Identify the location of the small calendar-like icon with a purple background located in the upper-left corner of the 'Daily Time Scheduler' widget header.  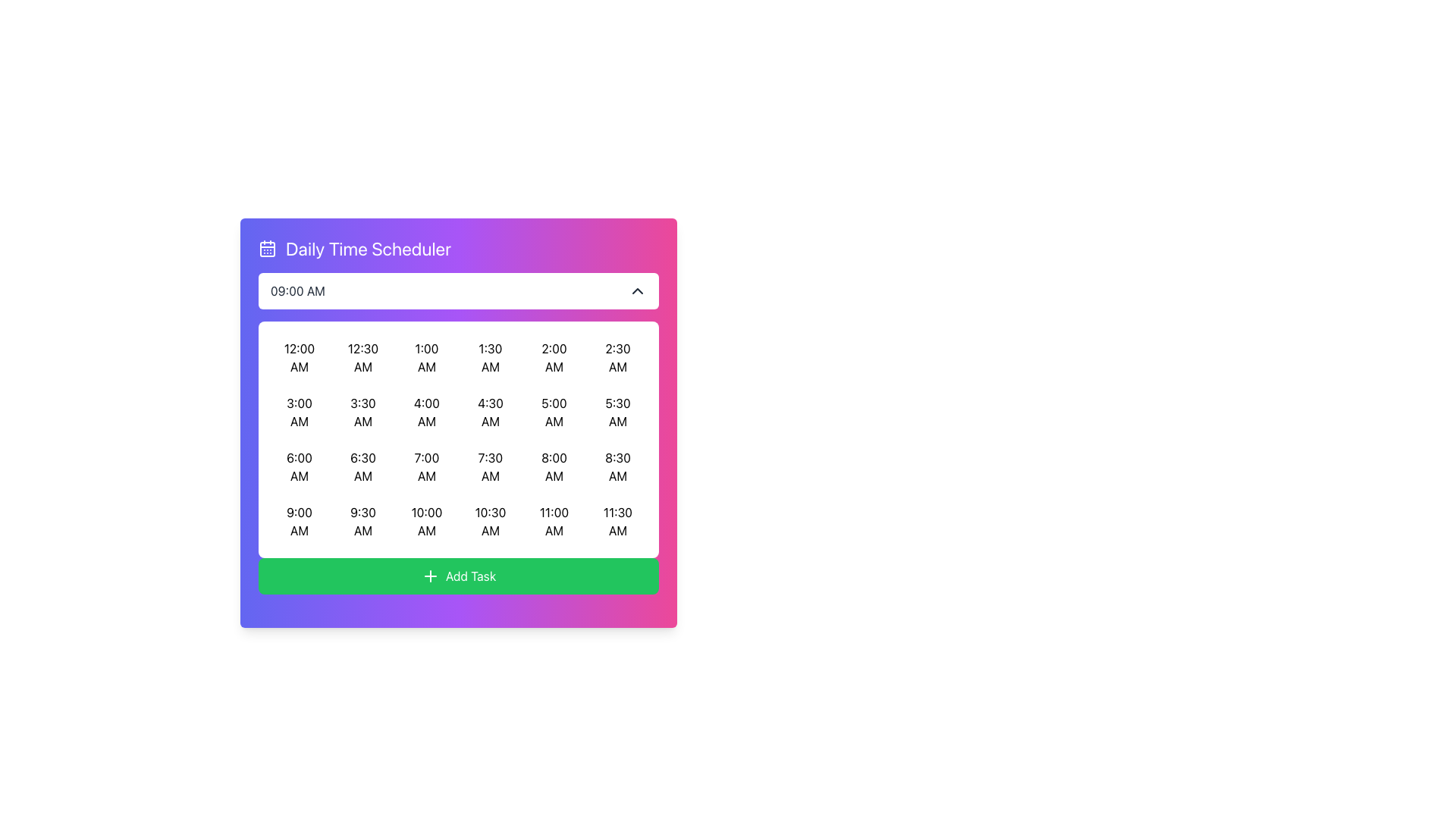
(268, 248).